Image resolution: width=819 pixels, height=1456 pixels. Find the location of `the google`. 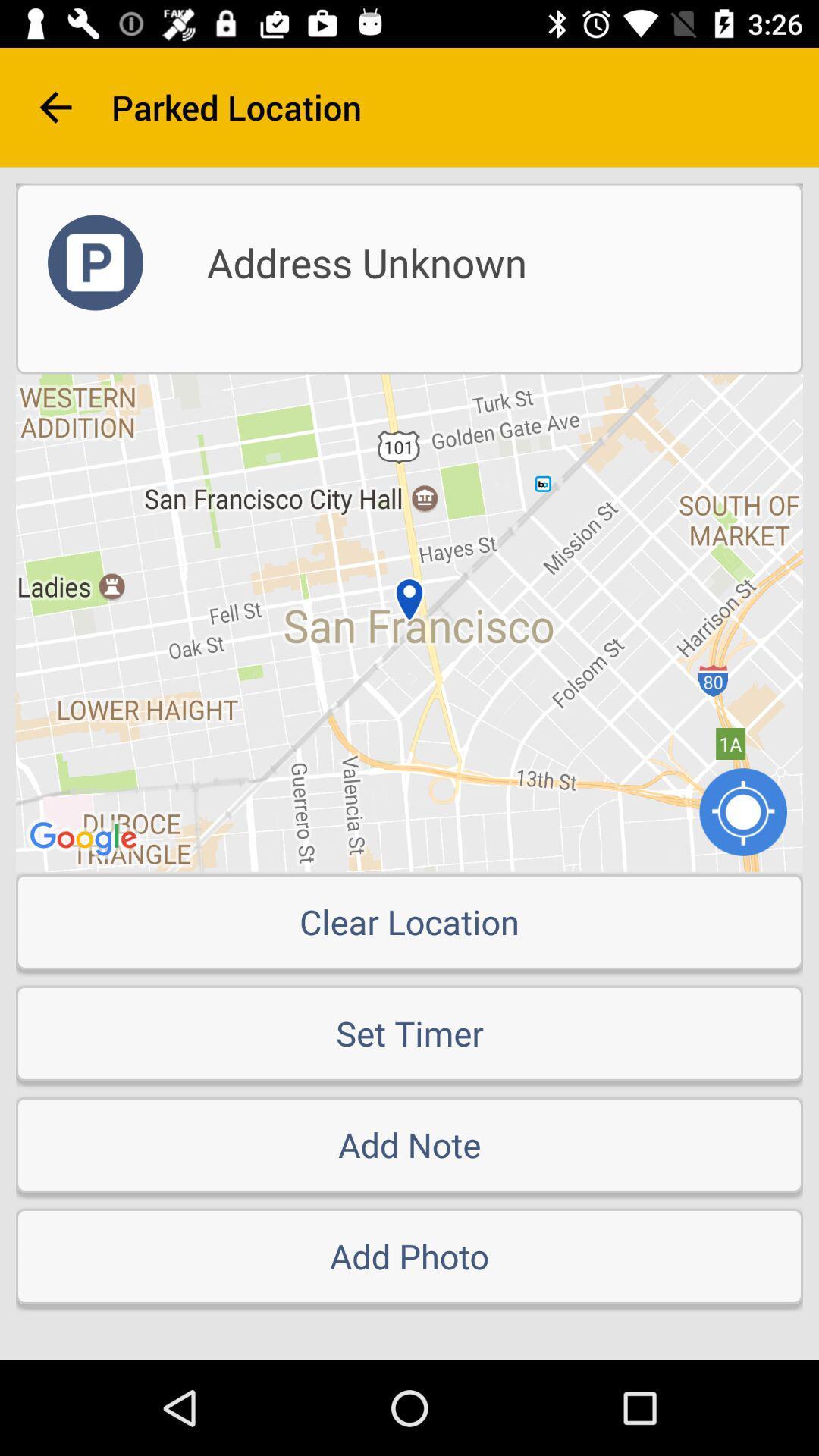

the google is located at coordinates (86, 839).